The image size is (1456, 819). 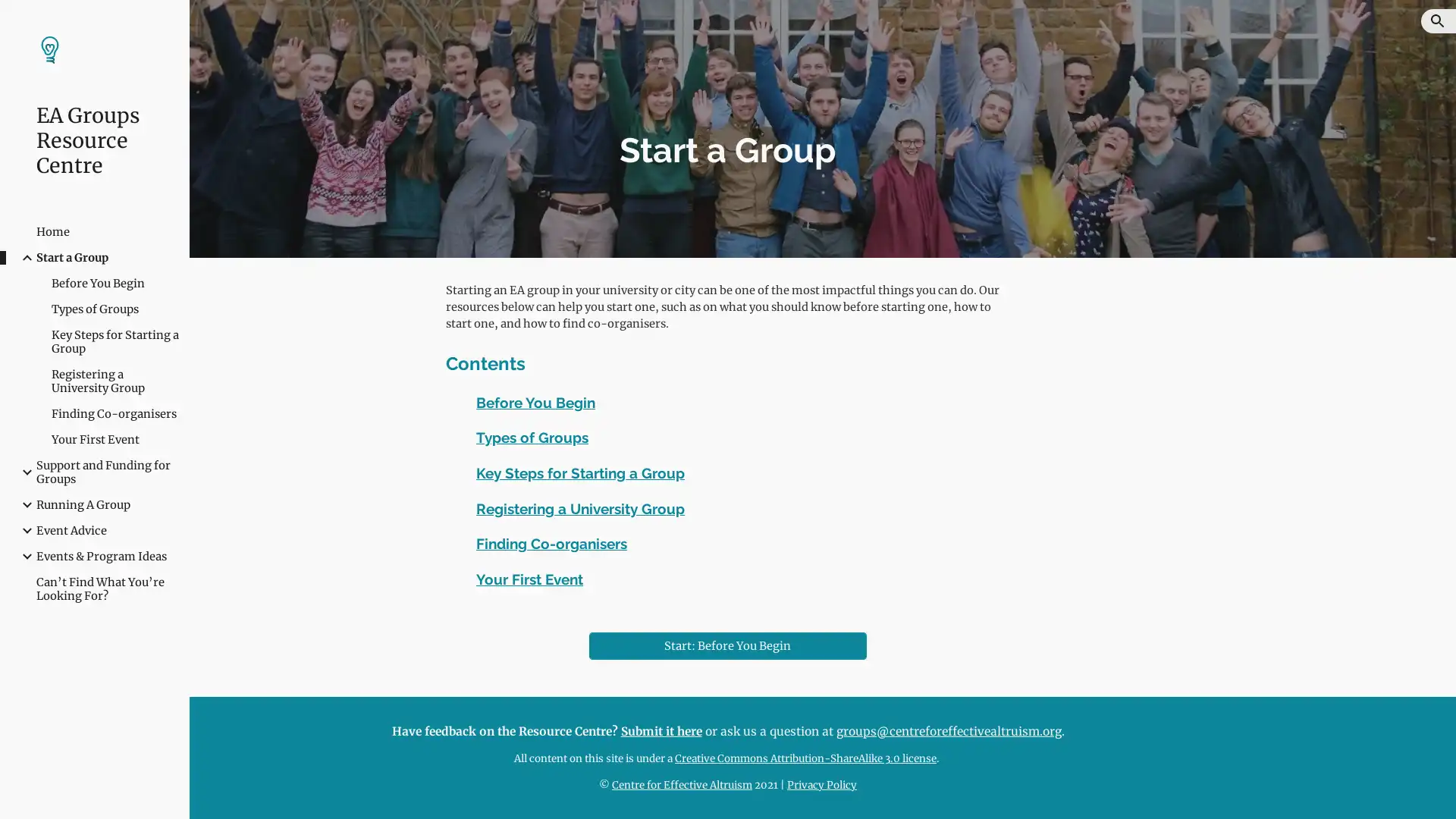 What do you see at coordinates (864, 28) in the screenshot?
I see `Skip to navigation` at bounding box center [864, 28].